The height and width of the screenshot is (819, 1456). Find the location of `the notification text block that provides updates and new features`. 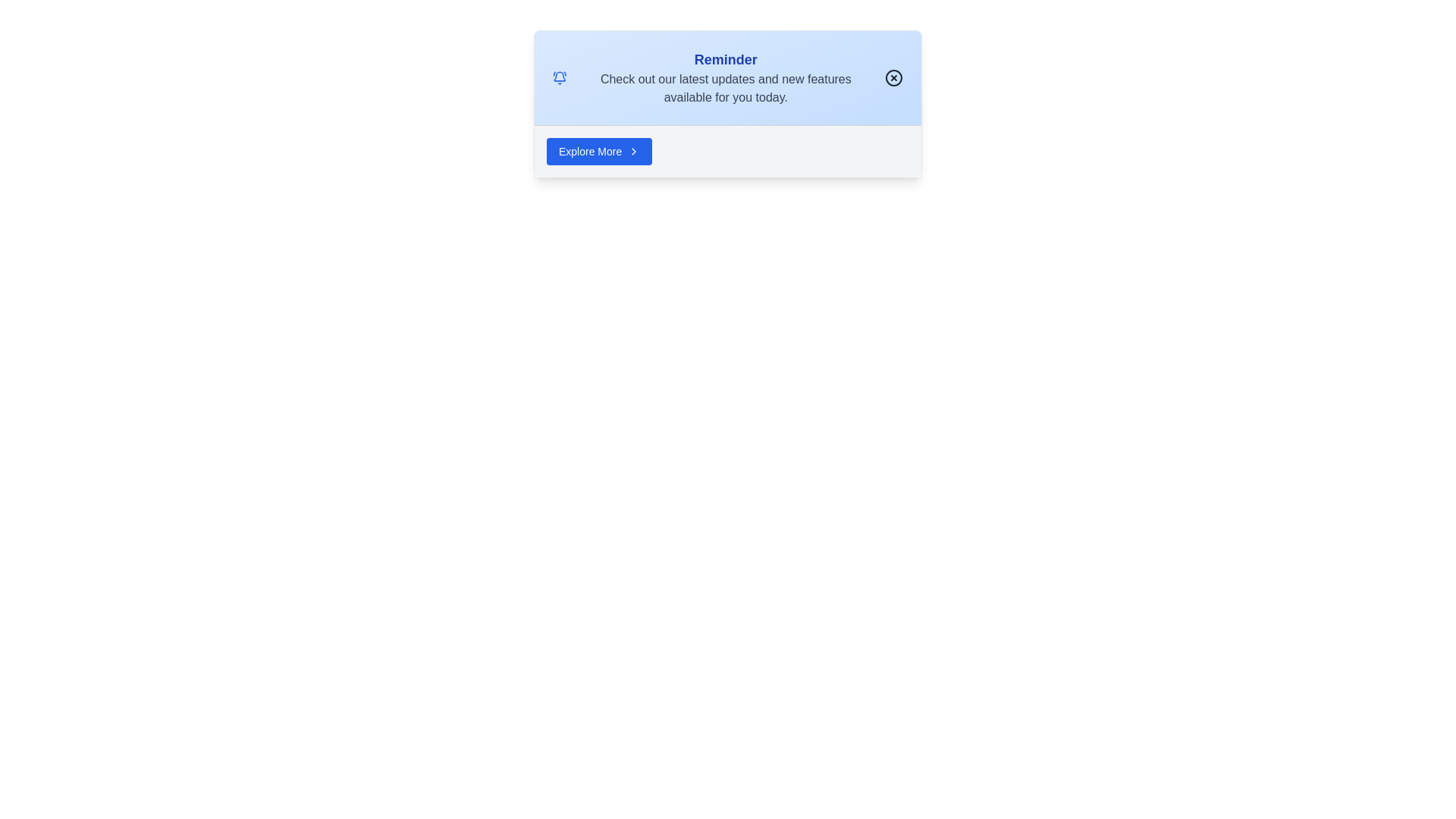

the notification text block that provides updates and new features is located at coordinates (725, 78).